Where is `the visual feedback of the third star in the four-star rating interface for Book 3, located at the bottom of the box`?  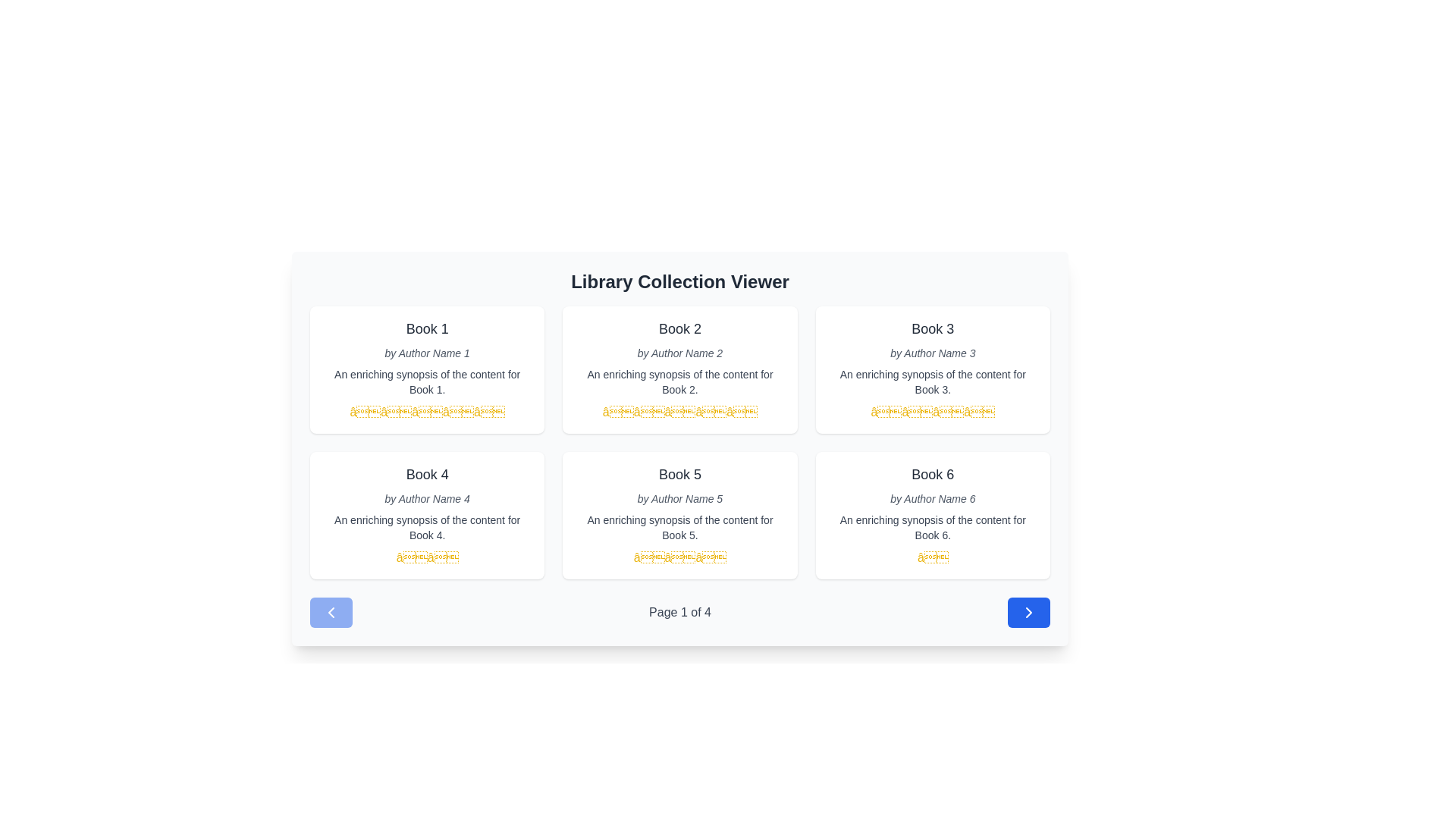
the visual feedback of the third star in the four-star rating interface for Book 3, located at the bottom of the box is located at coordinates (886, 412).